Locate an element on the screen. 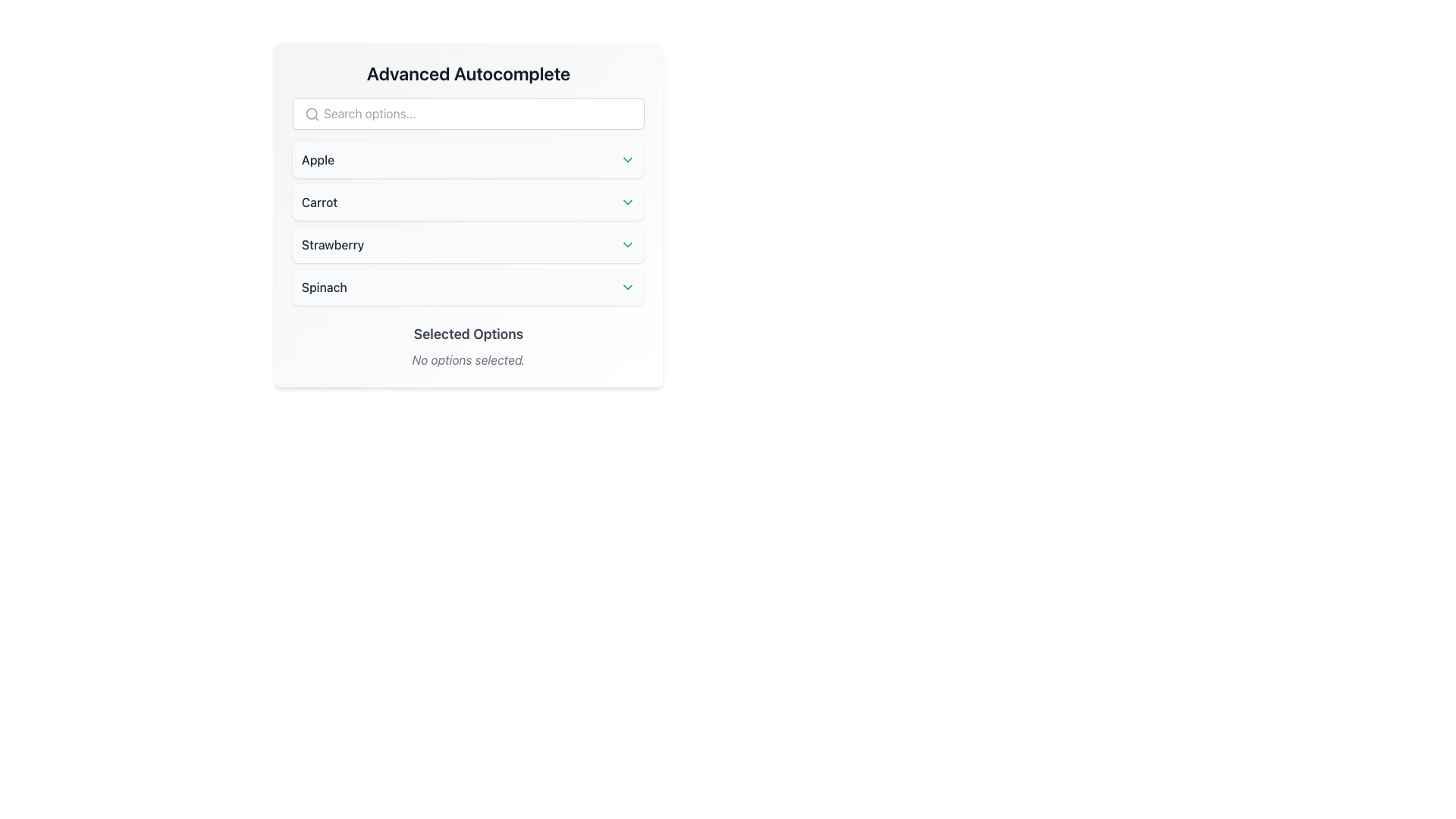 The width and height of the screenshot is (1456, 819). the text label that reads 'No options selected.' in grey italic font, which is located below the 'Selected Options' title is located at coordinates (468, 359).